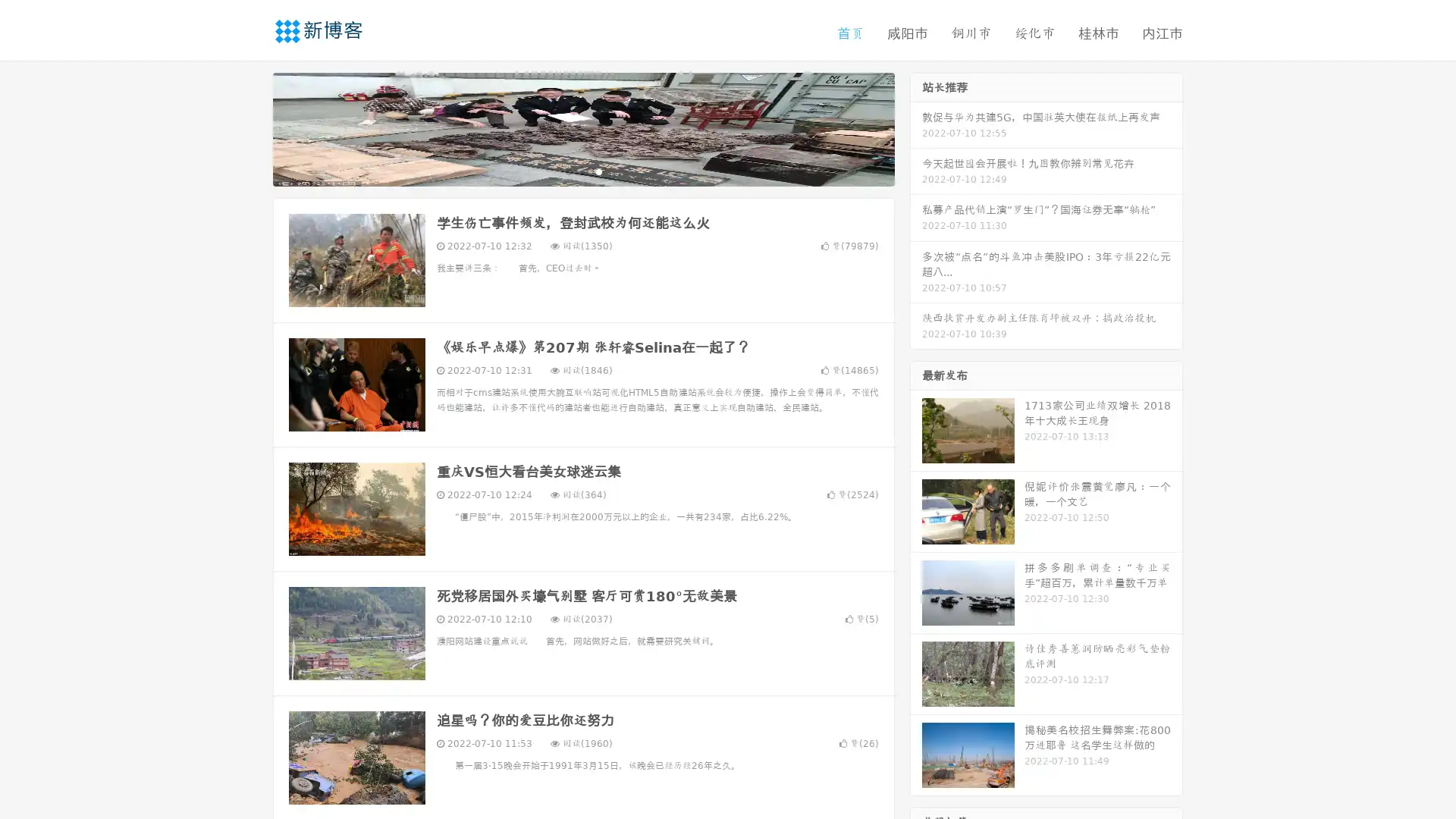  Describe the element at coordinates (250, 127) in the screenshot. I see `Previous slide` at that location.